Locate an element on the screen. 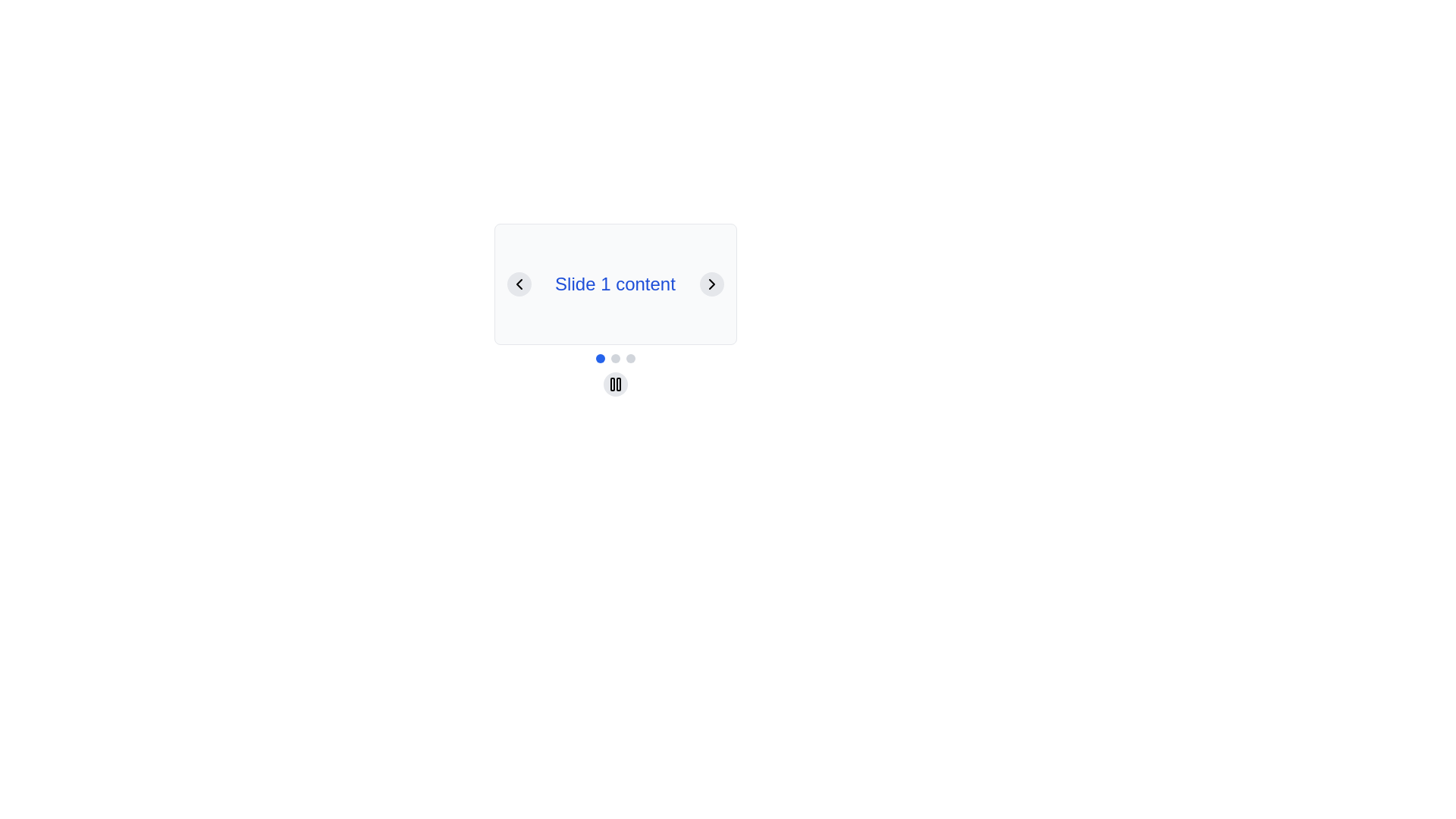 The height and width of the screenshot is (819, 1456). the middle blue circular indicator of the Carousel is located at coordinates (615, 359).